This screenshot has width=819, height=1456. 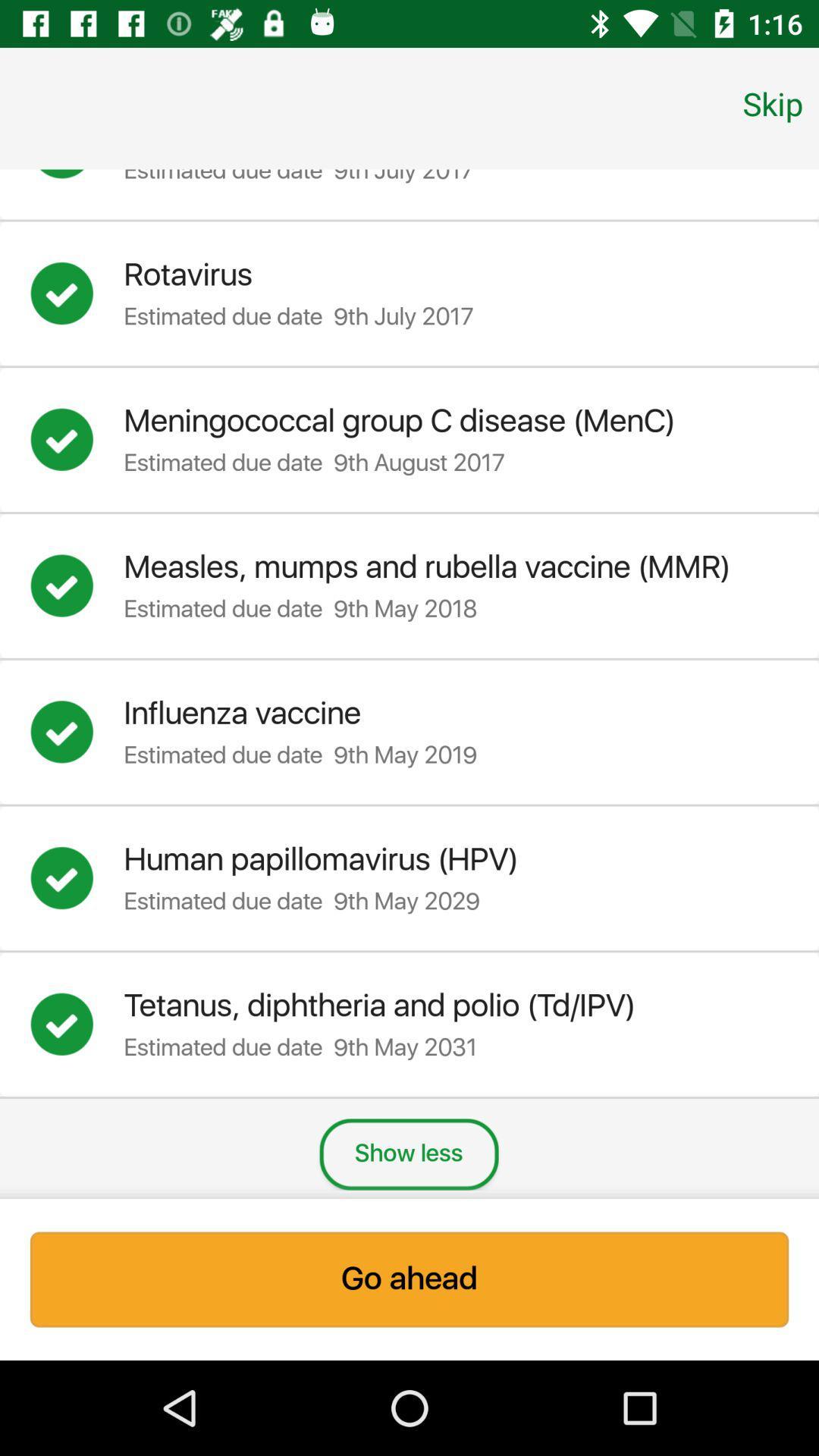 I want to click on item above the measles mumps and icon, so click(x=773, y=102).